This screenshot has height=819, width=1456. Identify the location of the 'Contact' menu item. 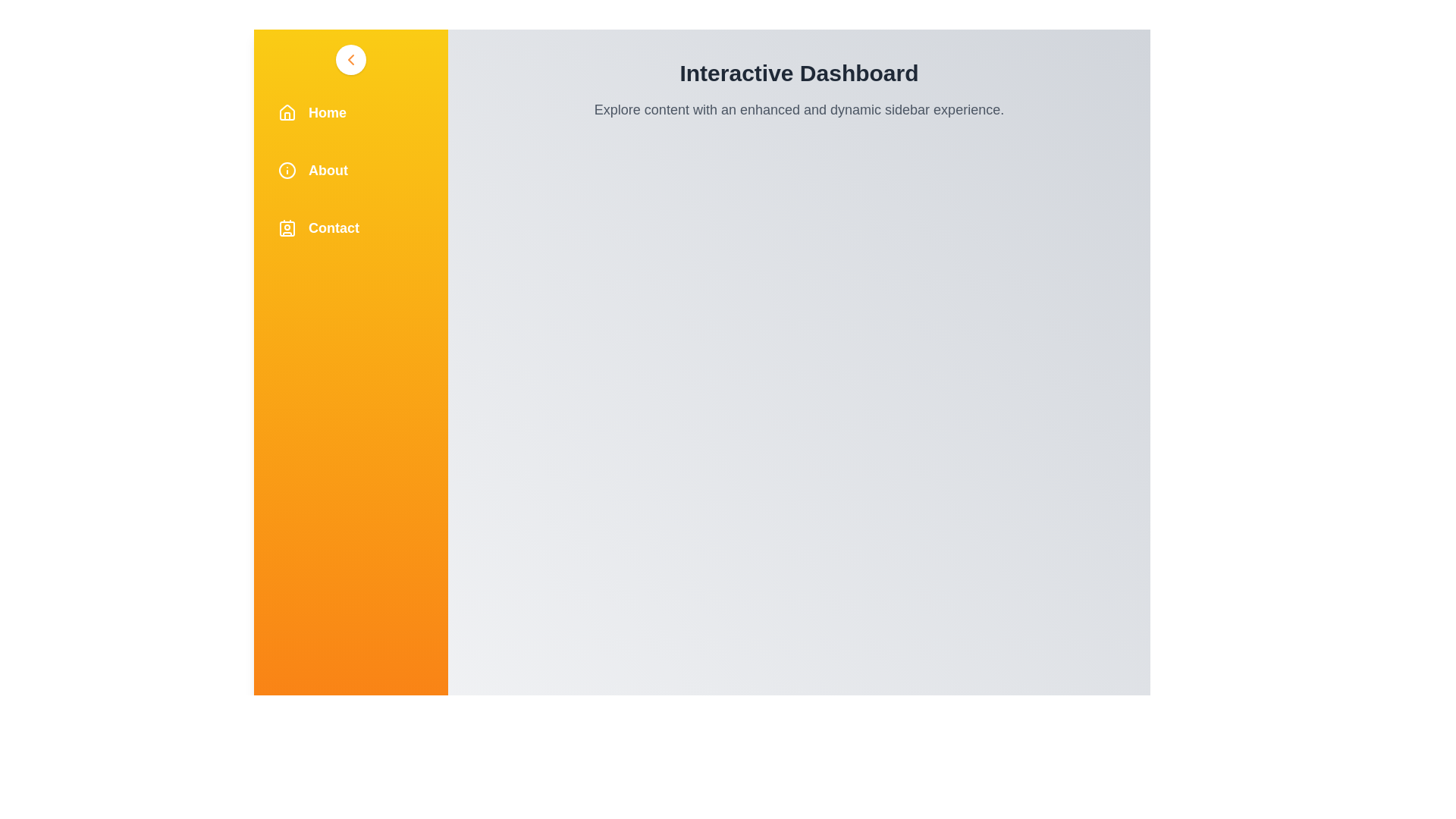
(350, 227).